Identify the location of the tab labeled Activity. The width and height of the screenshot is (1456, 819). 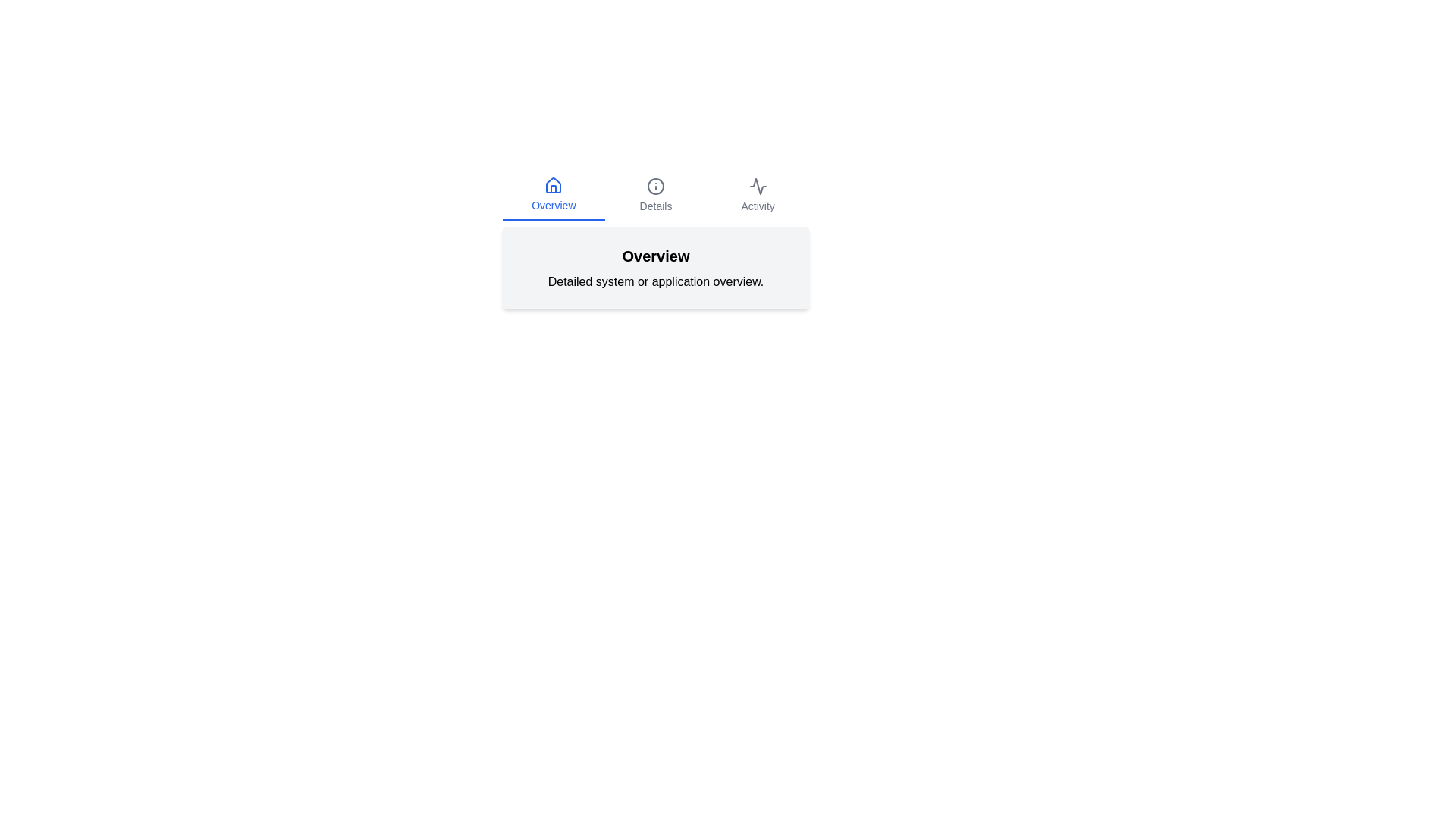
(758, 195).